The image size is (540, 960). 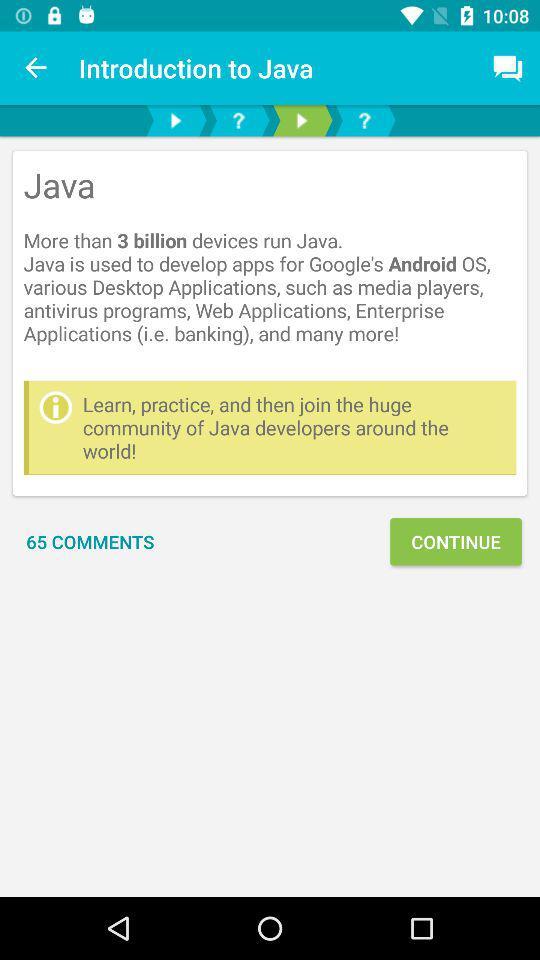 I want to click on learn practice and item, so click(x=293, y=427).